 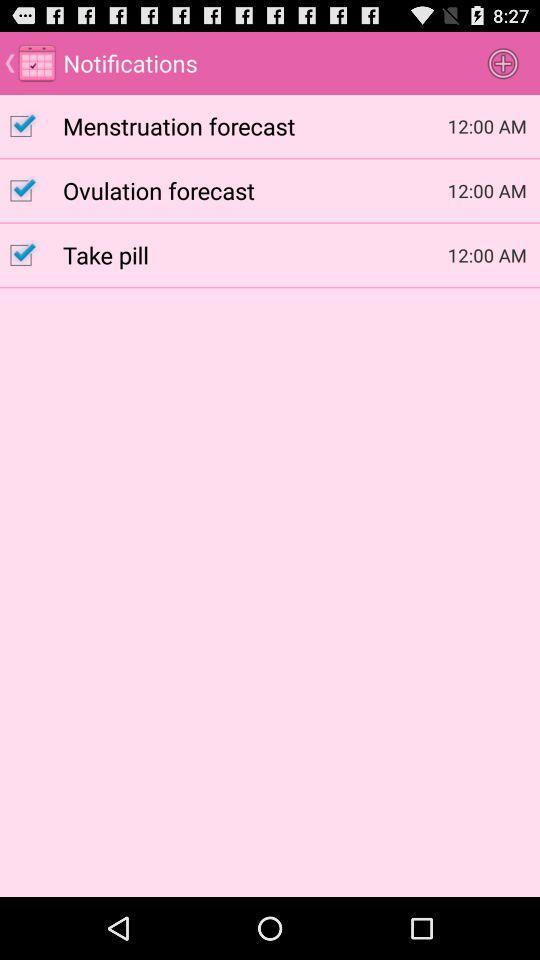 I want to click on check/uncheck notification alert, so click(x=30, y=125).